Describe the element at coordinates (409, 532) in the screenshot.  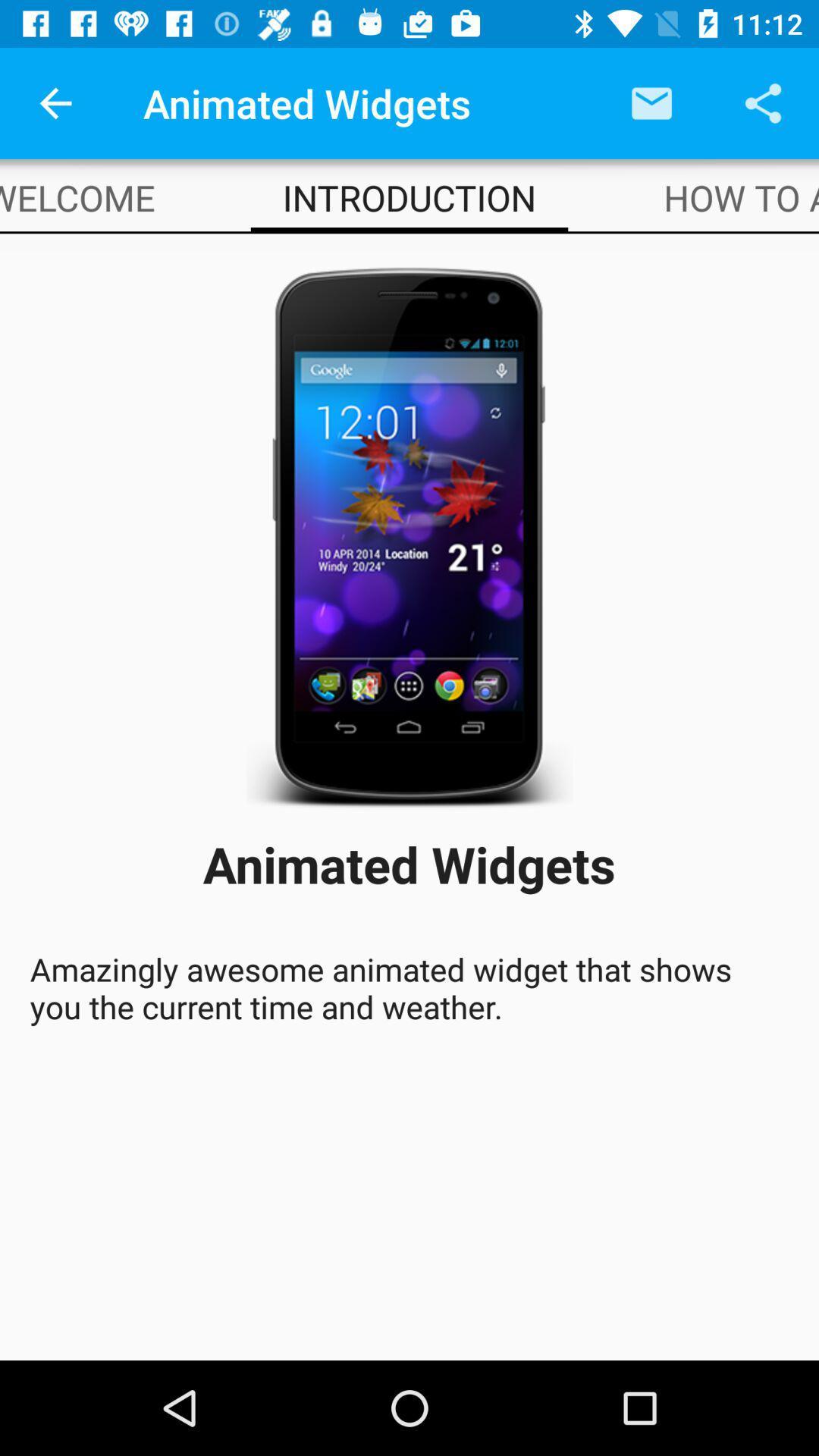
I see `app below introduction` at that location.